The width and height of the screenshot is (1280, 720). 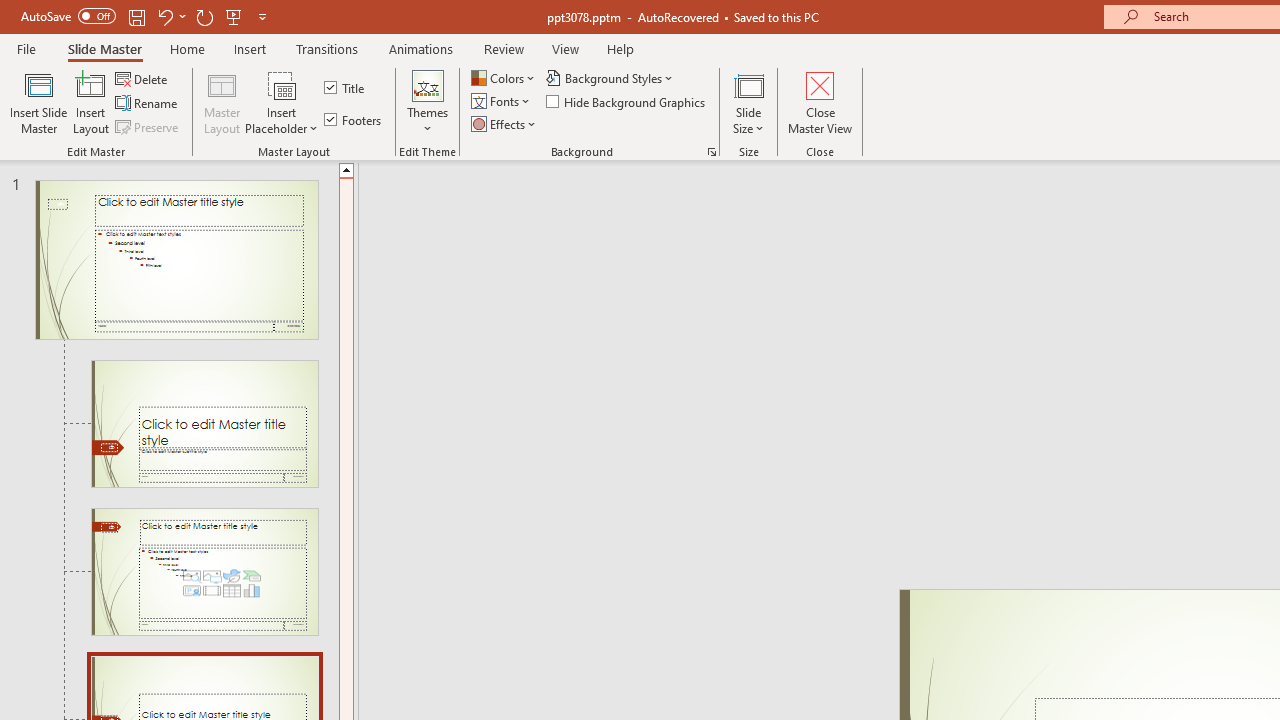 I want to click on 'Preserve', so click(x=148, y=127).